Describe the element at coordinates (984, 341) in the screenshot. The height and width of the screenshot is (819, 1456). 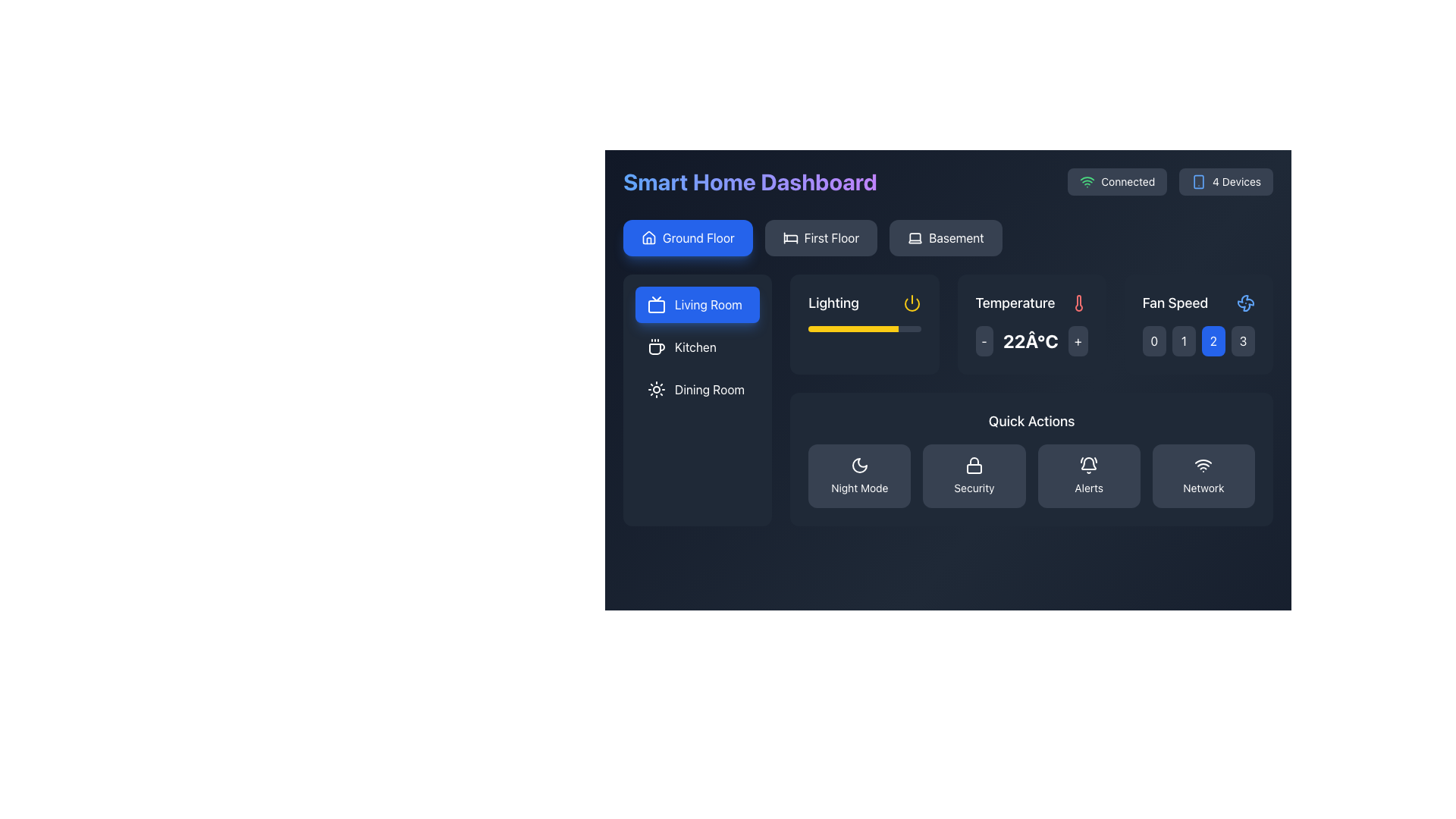
I see `the button that decreases the temperature setting, located on the 'Temperature' panel to the left of the '22°C' display` at that location.